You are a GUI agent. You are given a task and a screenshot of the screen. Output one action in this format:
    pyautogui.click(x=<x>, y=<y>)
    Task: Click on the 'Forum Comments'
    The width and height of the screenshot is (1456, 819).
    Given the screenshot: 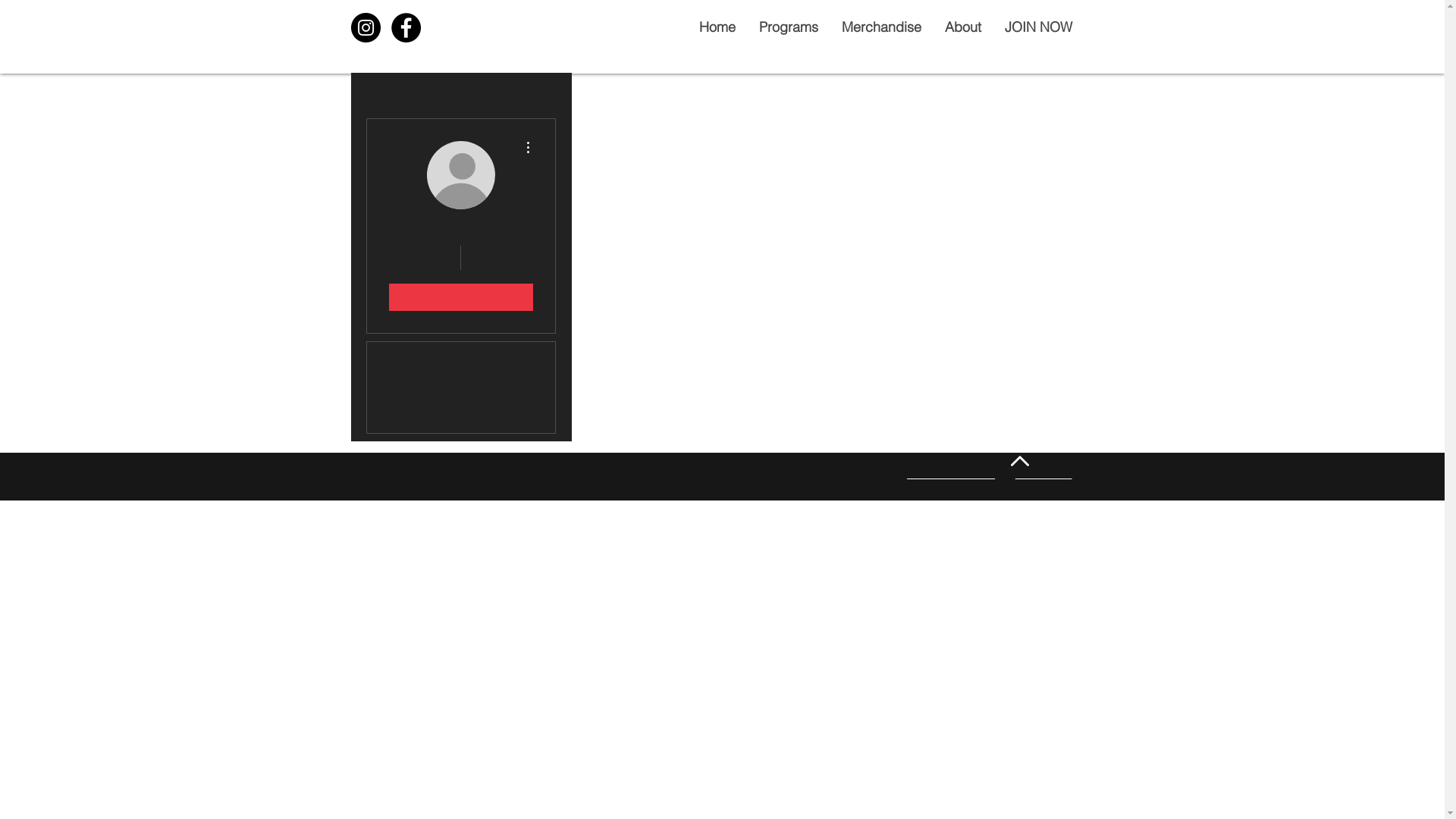 What is the action you would take?
    pyautogui.click(x=460, y=418)
    